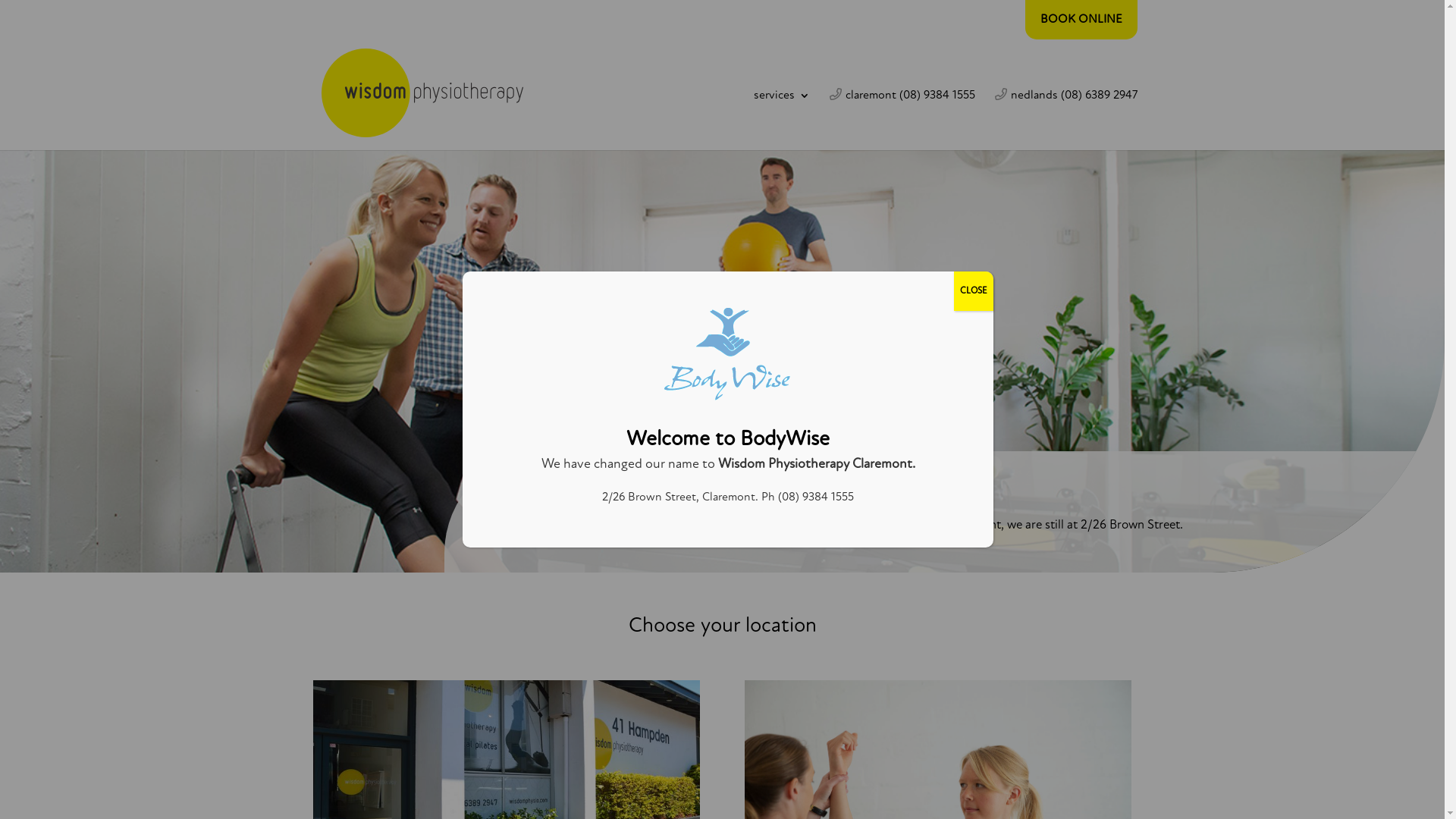 This screenshot has width=1456, height=819. What do you see at coordinates (1080, 20) in the screenshot?
I see `'BOOK ONLINE'` at bounding box center [1080, 20].